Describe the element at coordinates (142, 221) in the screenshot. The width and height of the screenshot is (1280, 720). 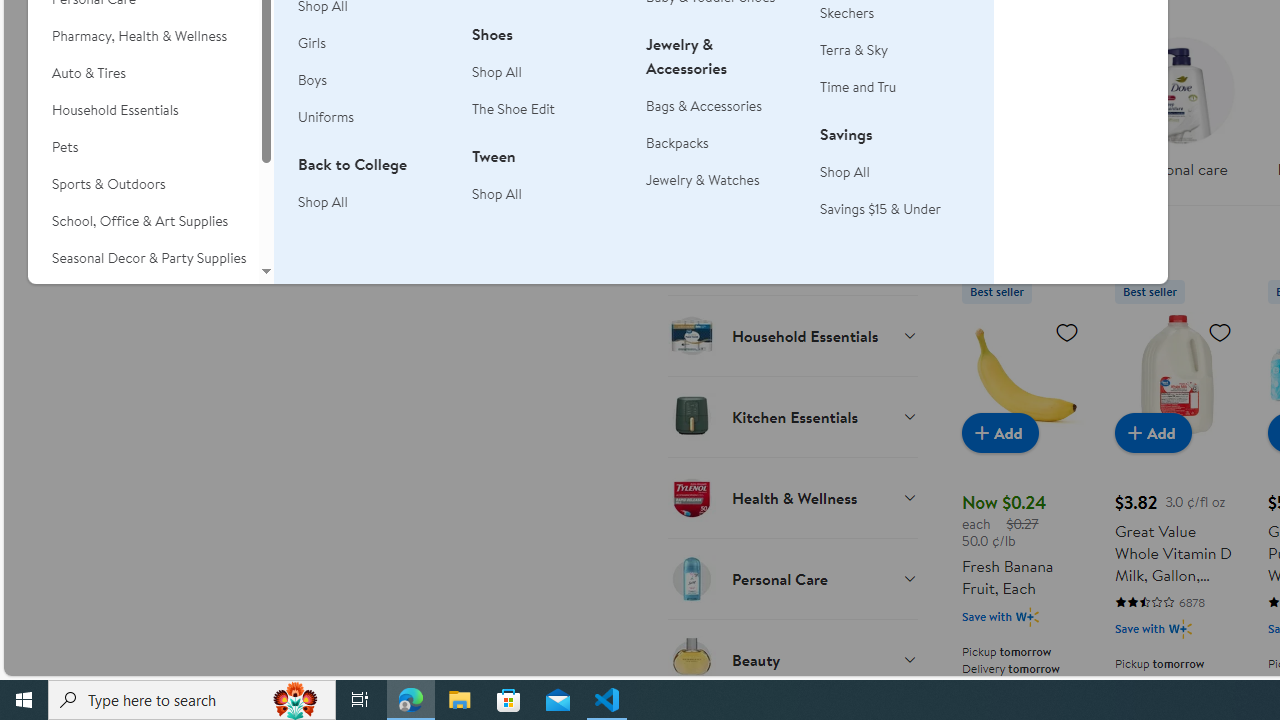
I see `'School, Office & Art Supplies'` at that location.